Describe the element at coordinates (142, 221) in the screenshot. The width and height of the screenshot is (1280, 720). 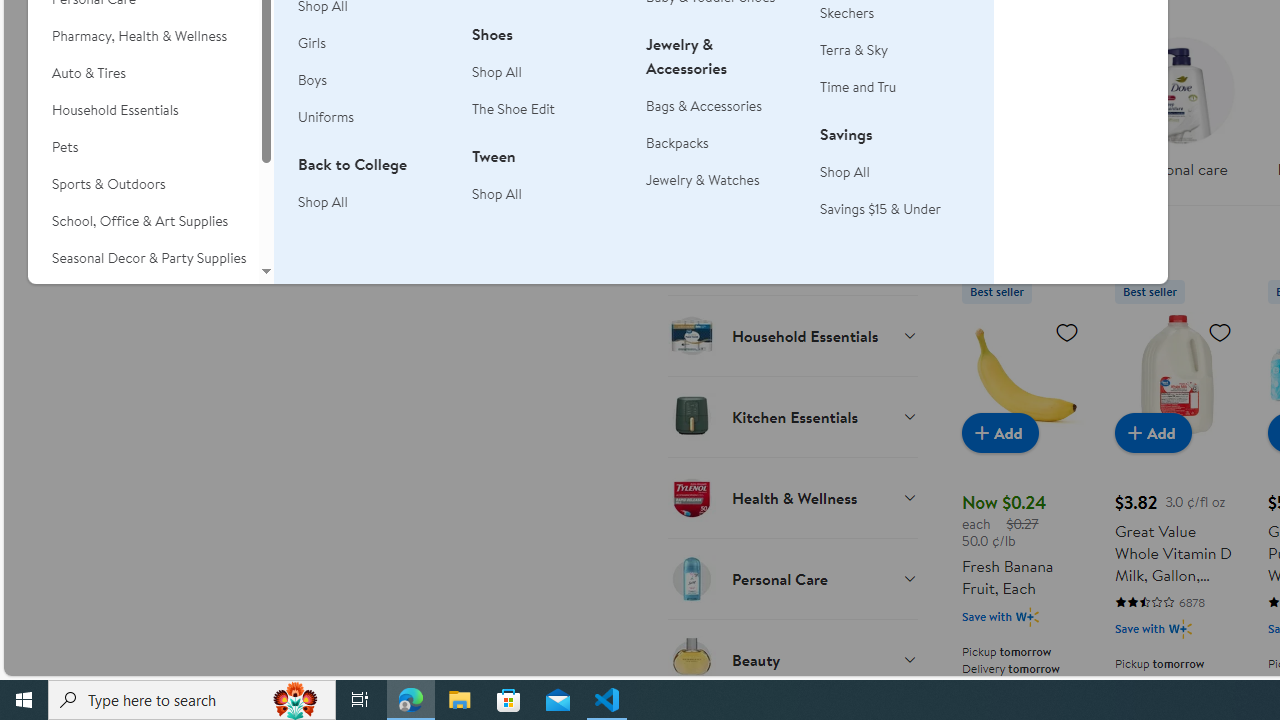
I see `'School, Office & Art Supplies'` at that location.